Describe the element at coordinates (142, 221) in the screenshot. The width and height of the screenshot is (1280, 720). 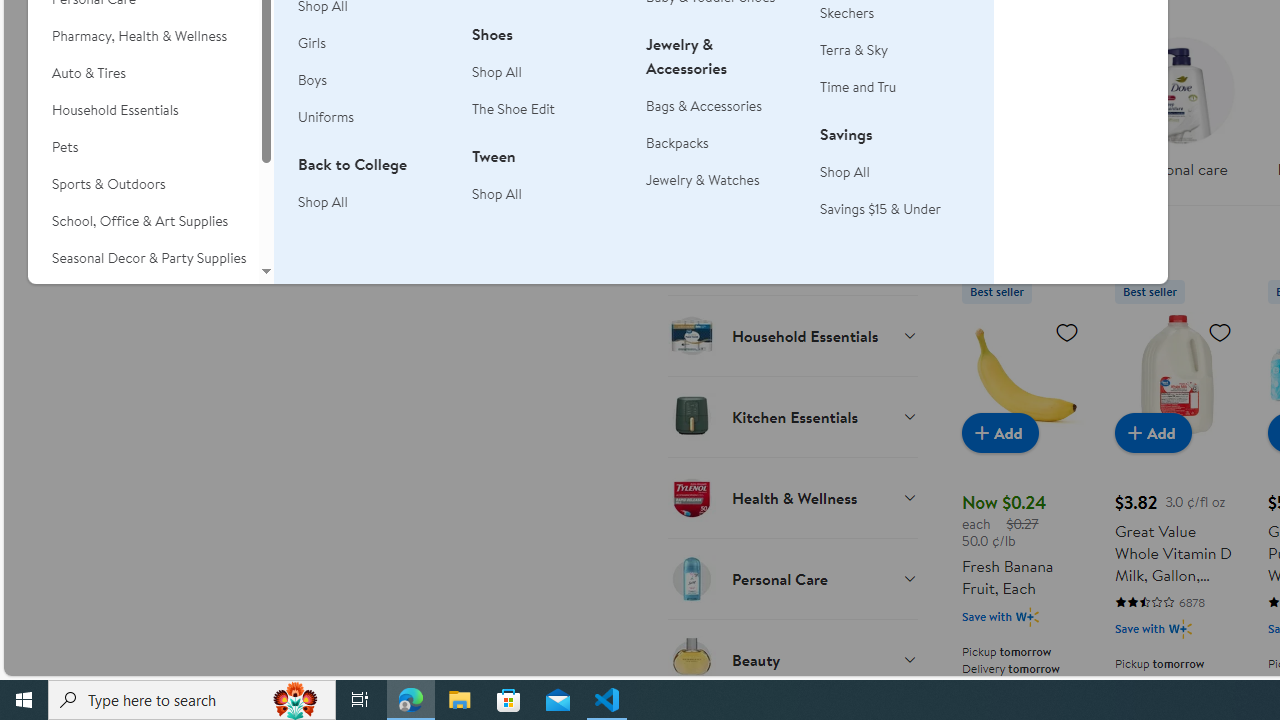
I see `'School, Office & Art Supplies'` at that location.